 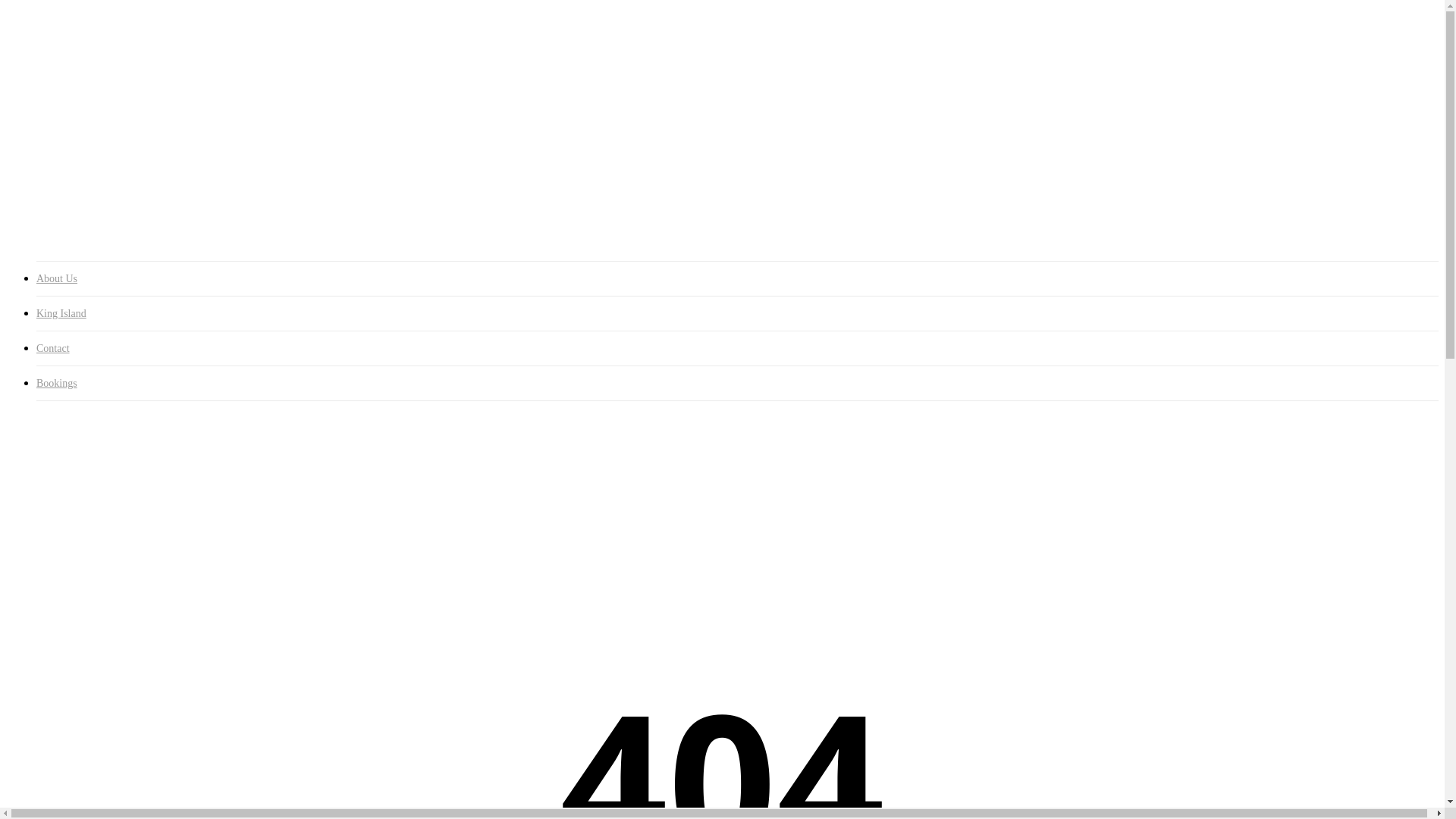 I want to click on 'Packages', so click(x=65, y=120).